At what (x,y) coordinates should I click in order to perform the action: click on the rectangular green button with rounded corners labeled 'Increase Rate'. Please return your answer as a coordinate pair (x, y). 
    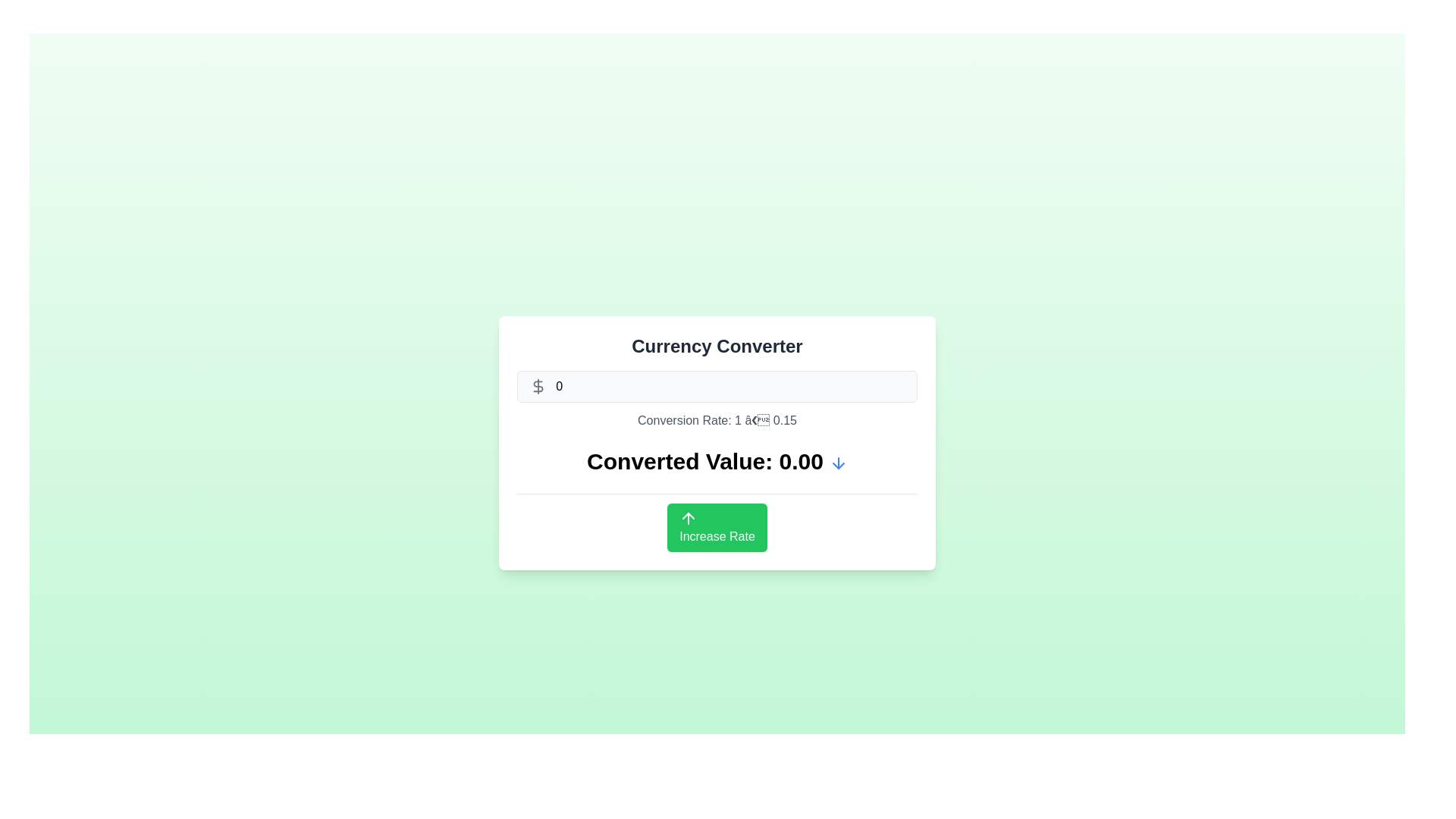
    Looking at the image, I should click on (716, 526).